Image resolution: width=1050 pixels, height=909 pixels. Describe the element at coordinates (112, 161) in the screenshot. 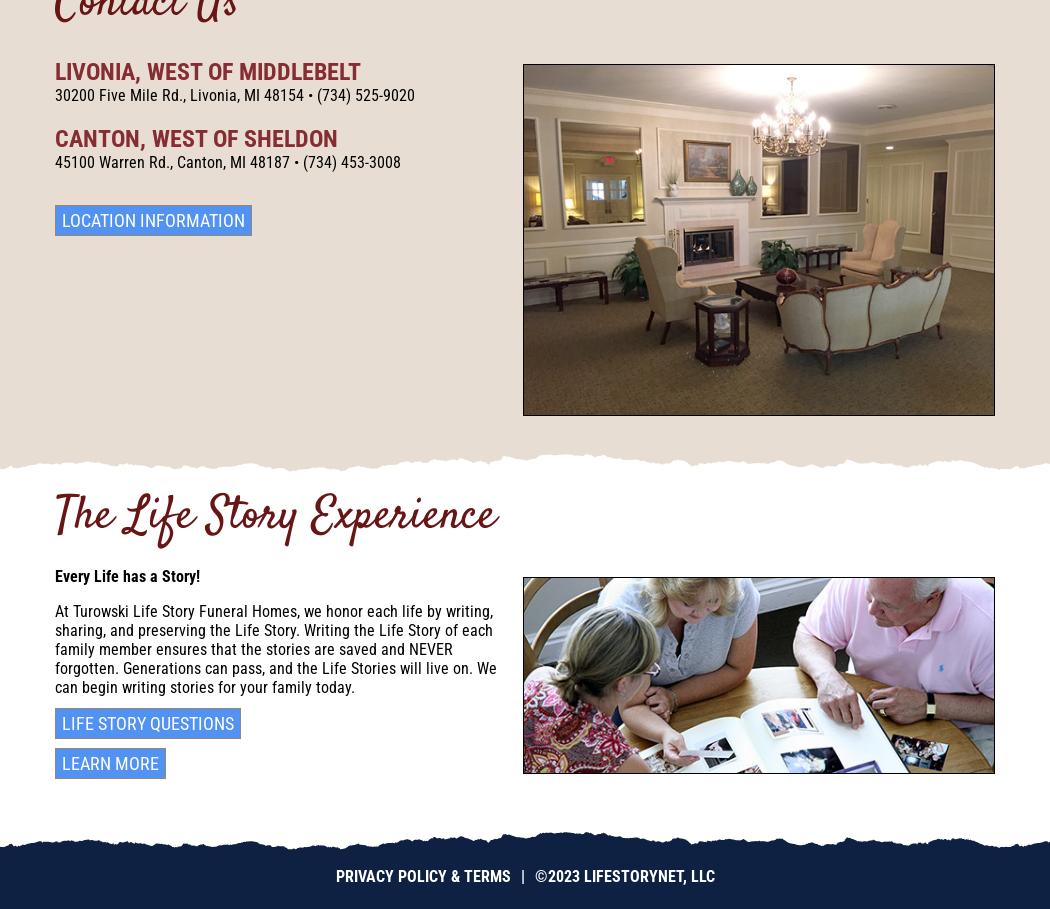

I see `'45100 Warren Rd.'` at that location.